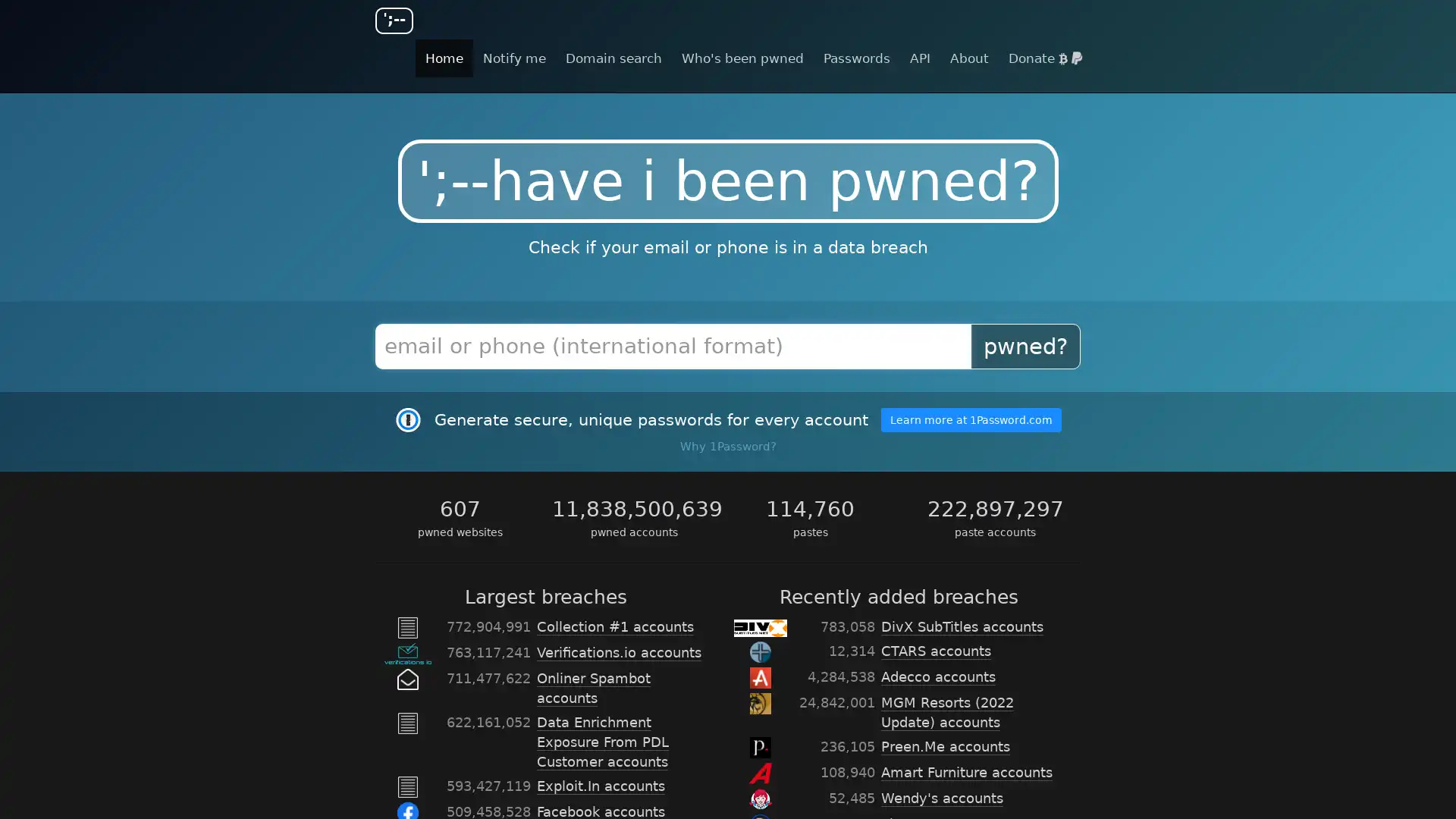 The height and width of the screenshot is (819, 1456). What do you see at coordinates (1025, 345) in the screenshot?
I see `pwned?` at bounding box center [1025, 345].